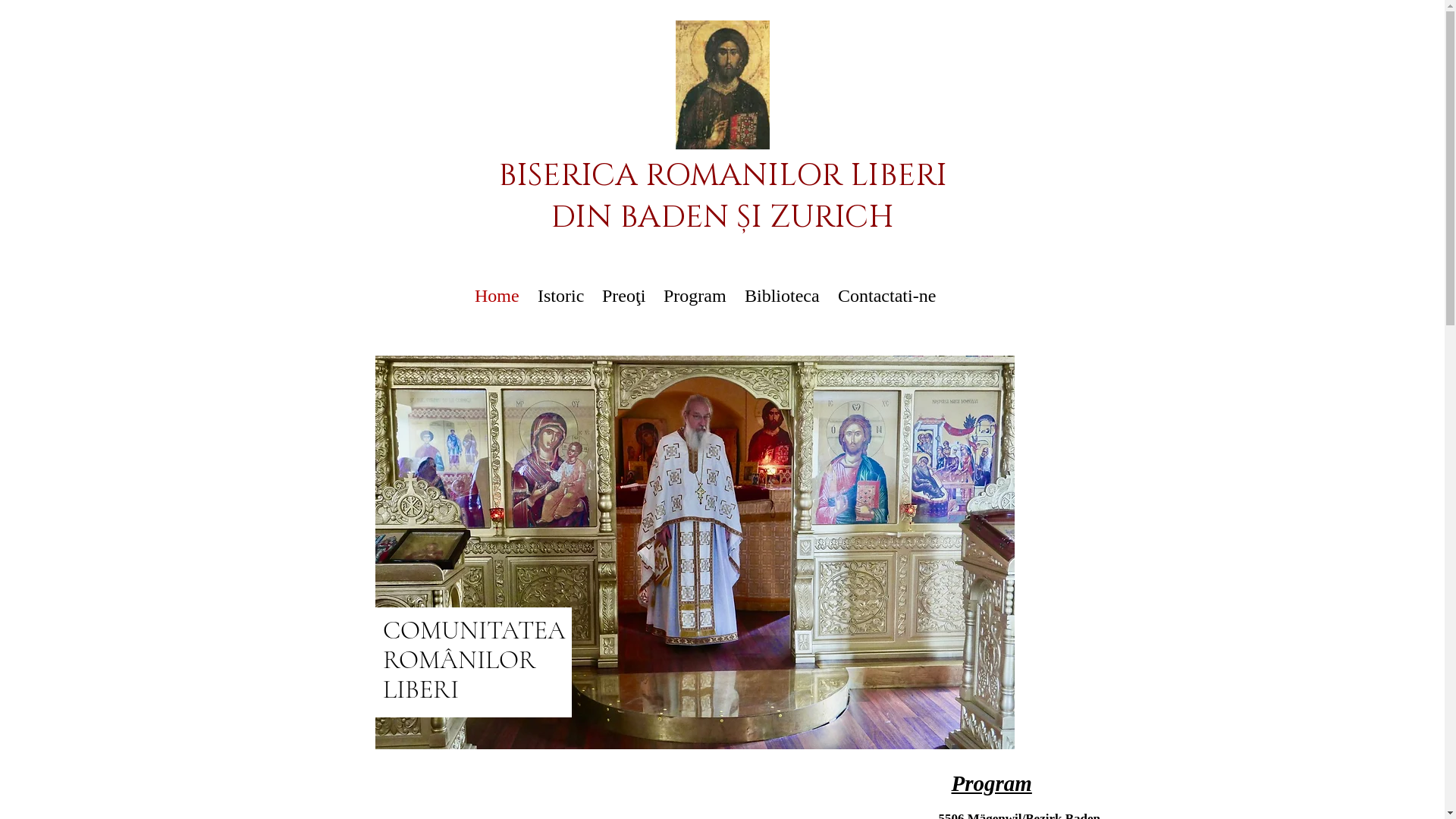 The width and height of the screenshot is (1456, 819). I want to click on 'Program', so click(694, 296).